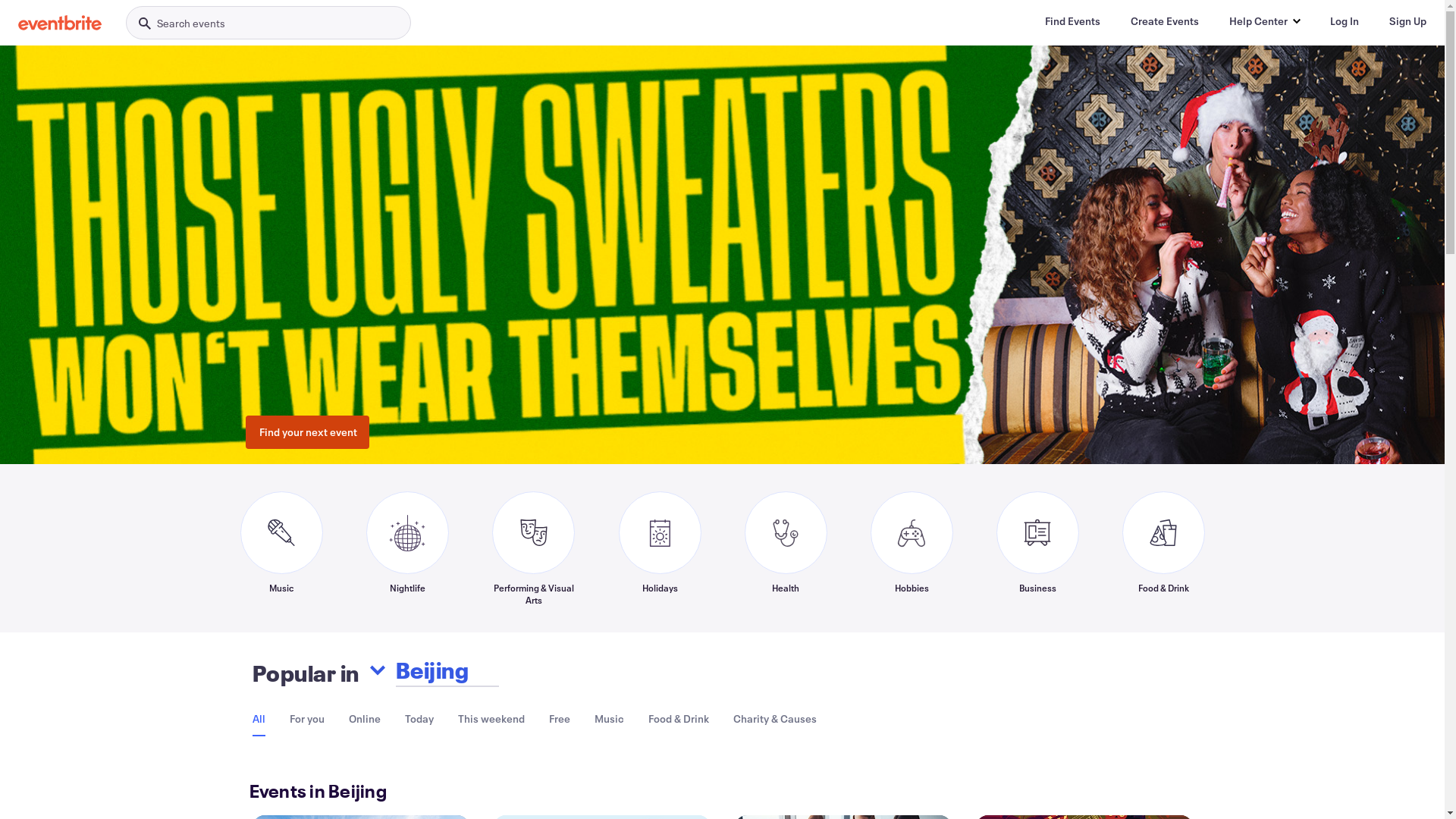  I want to click on 'Business', so click(1037, 548).